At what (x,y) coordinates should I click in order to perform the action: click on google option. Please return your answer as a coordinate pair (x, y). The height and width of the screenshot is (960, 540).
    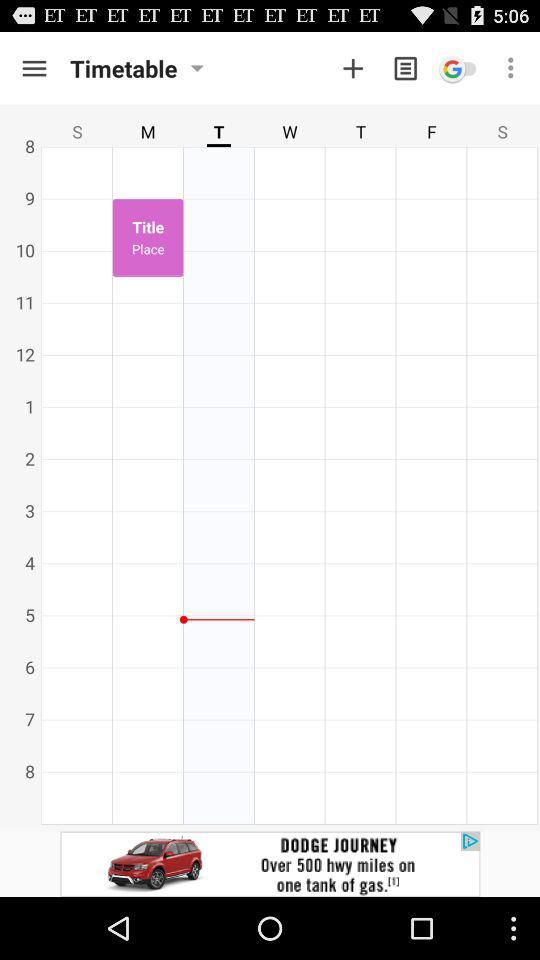
    Looking at the image, I should click on (458, 68).